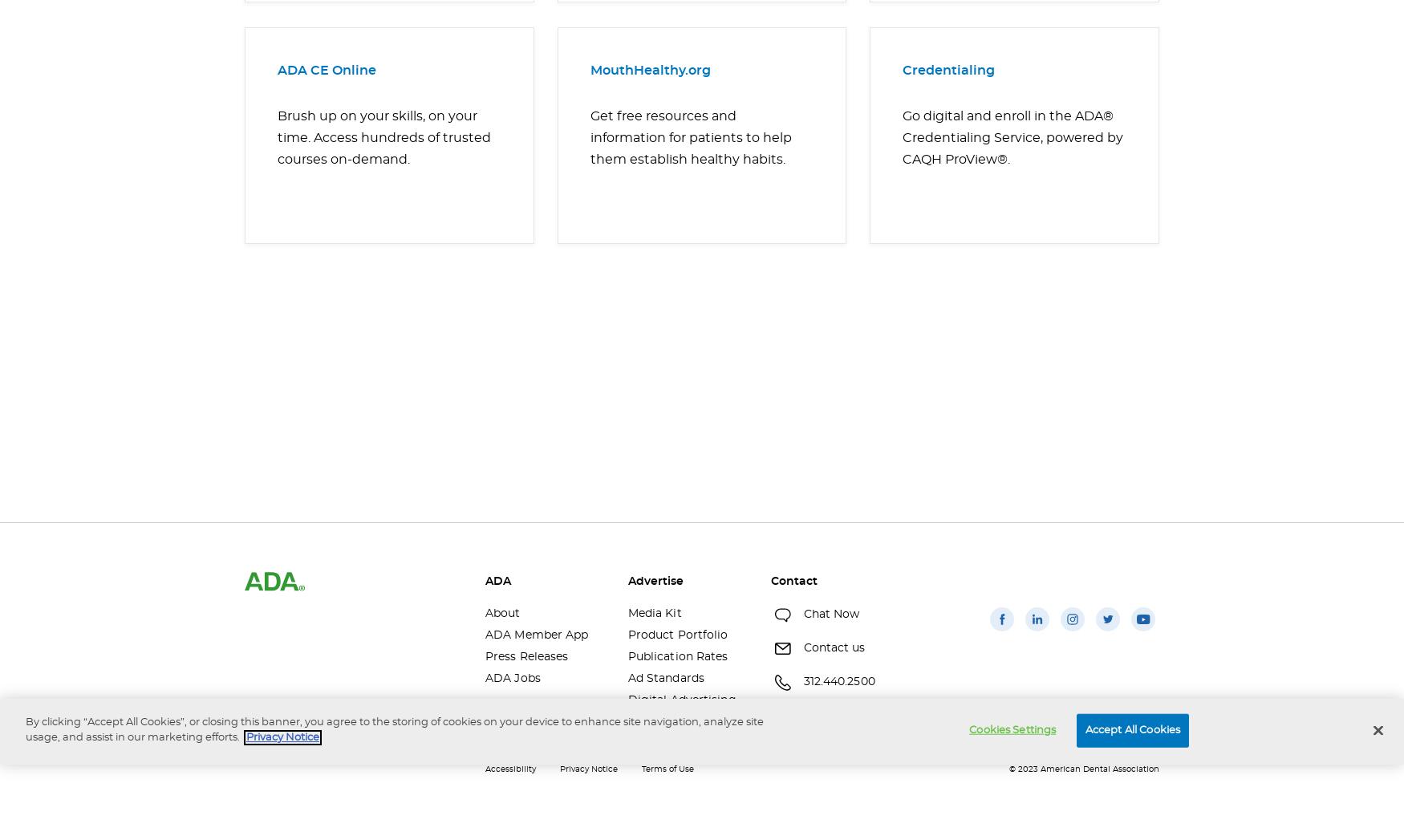 Image resolution: width=1404 pixels, height=840 pixels. What do you see at coordinates (903, 70) in the screenshot?
I see `'Credentialing'` at bounding box center [903, 70].